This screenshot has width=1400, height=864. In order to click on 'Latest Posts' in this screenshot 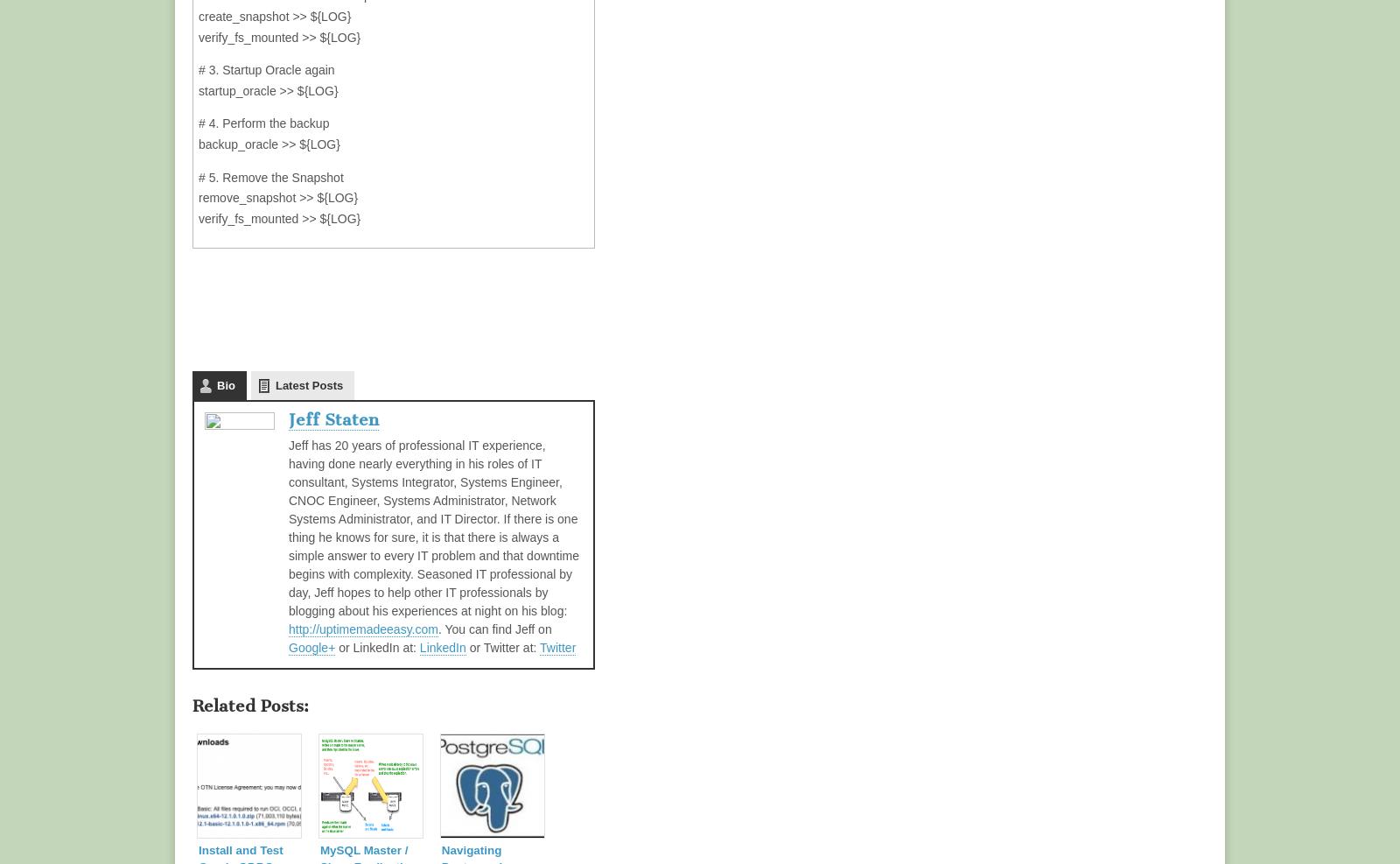, I will do `click(275, 384)`.